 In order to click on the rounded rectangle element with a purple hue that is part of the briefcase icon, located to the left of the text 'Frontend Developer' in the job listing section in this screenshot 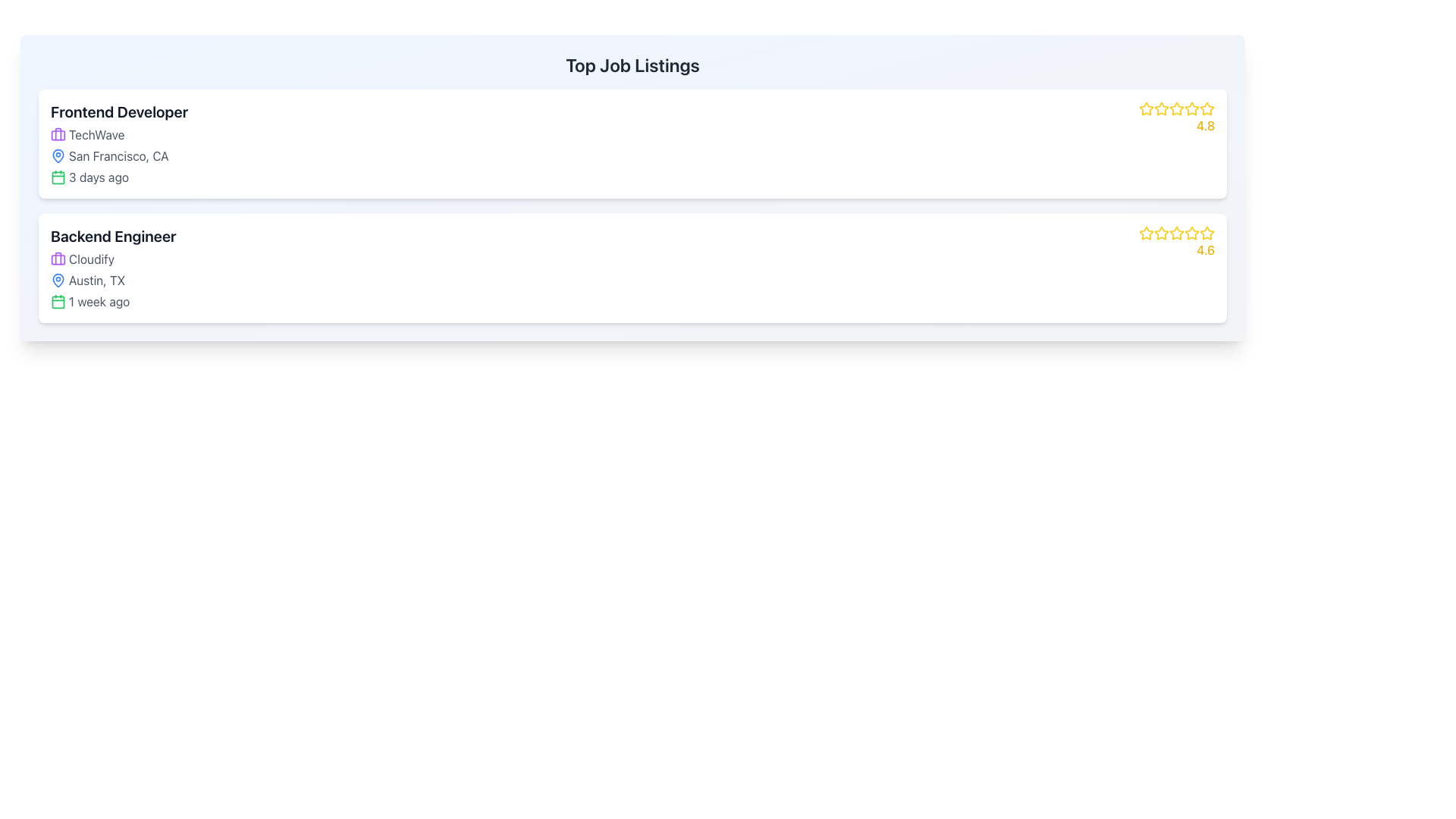, I will do `click(58, 133)`.